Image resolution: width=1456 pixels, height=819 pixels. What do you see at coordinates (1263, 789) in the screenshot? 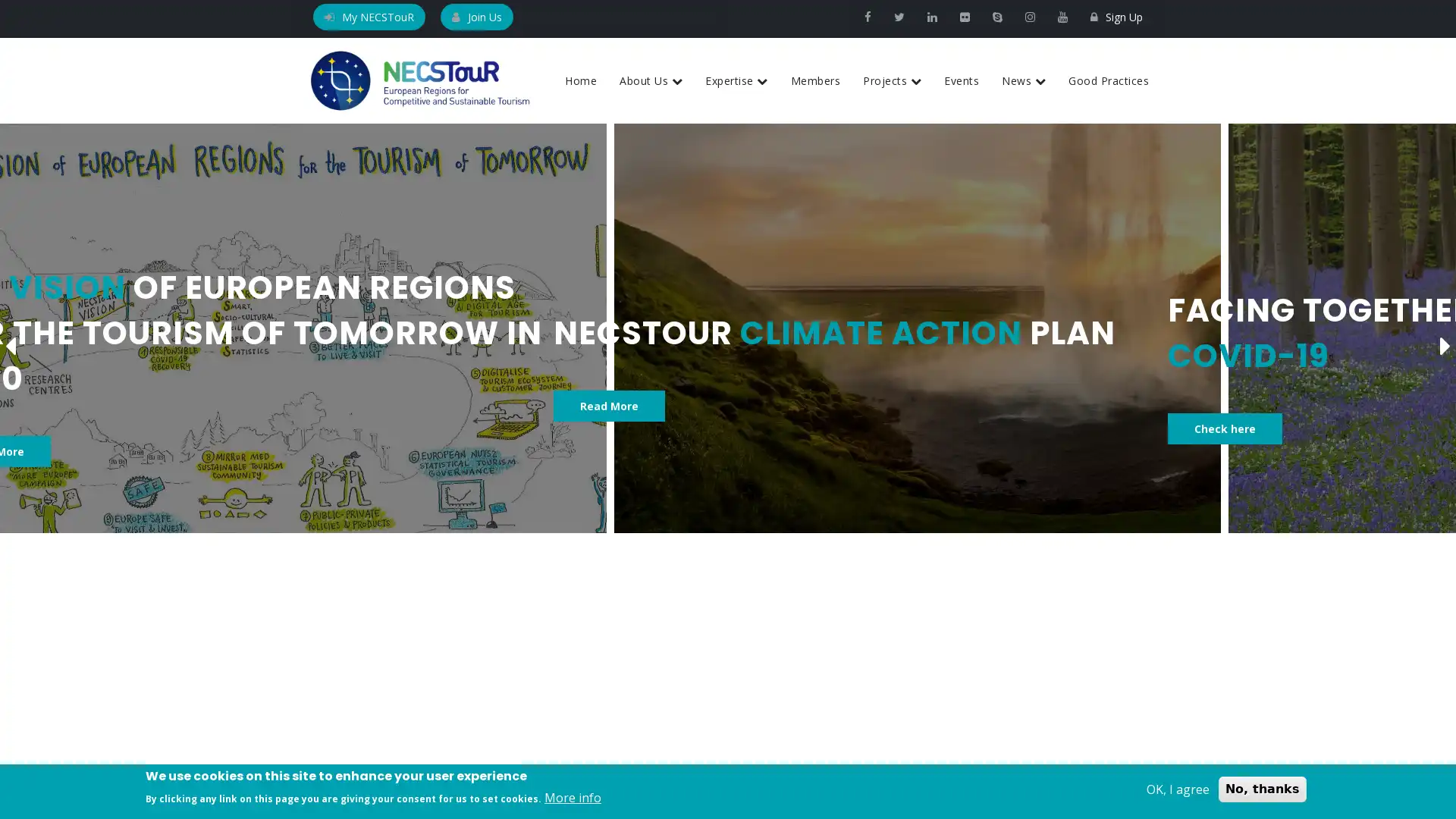
I see `No, thanks` at bounding box center [1263, 789].